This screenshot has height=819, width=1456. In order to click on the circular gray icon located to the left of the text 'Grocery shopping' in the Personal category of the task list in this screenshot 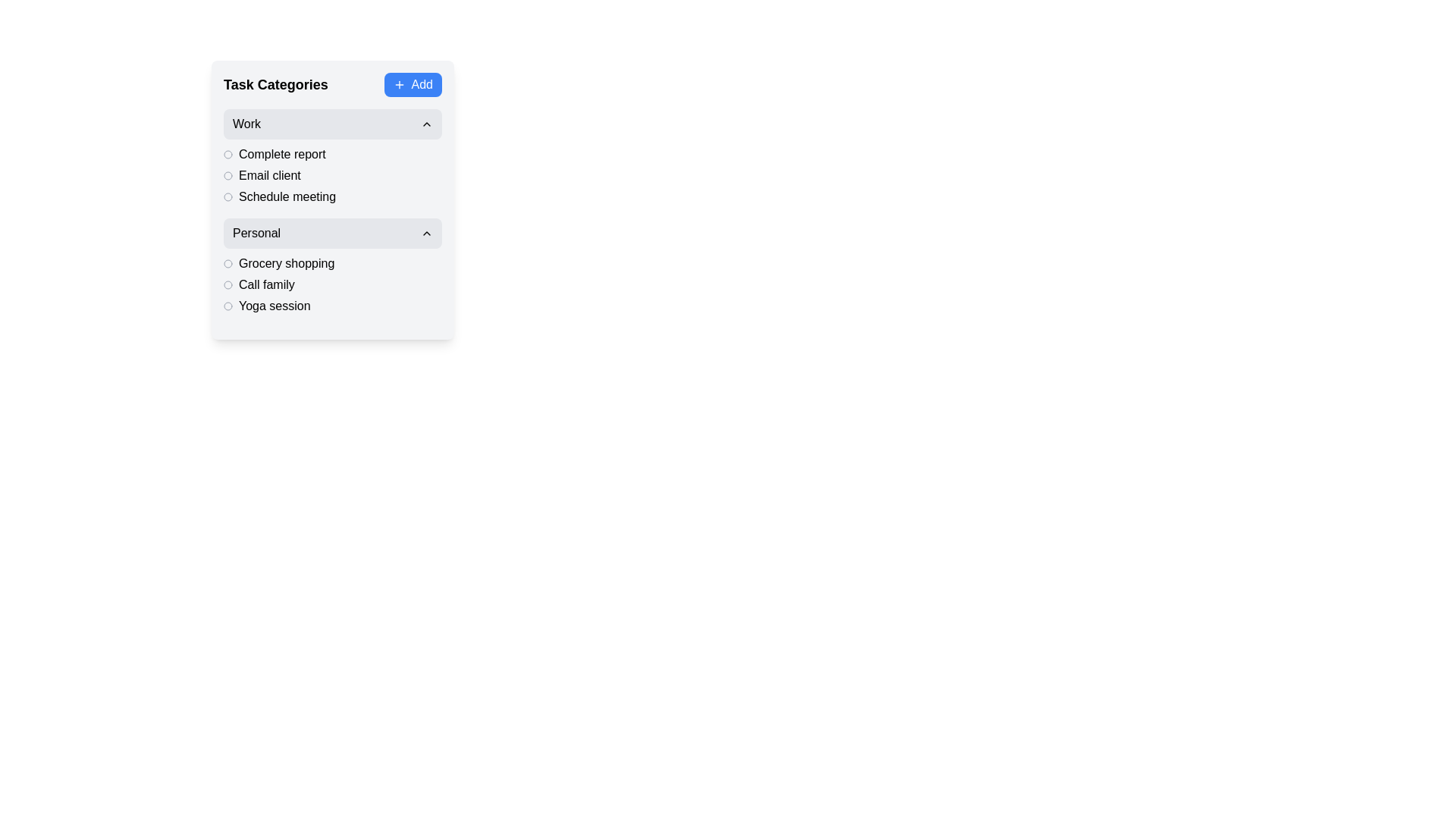, I will do `click(227, 262)`.